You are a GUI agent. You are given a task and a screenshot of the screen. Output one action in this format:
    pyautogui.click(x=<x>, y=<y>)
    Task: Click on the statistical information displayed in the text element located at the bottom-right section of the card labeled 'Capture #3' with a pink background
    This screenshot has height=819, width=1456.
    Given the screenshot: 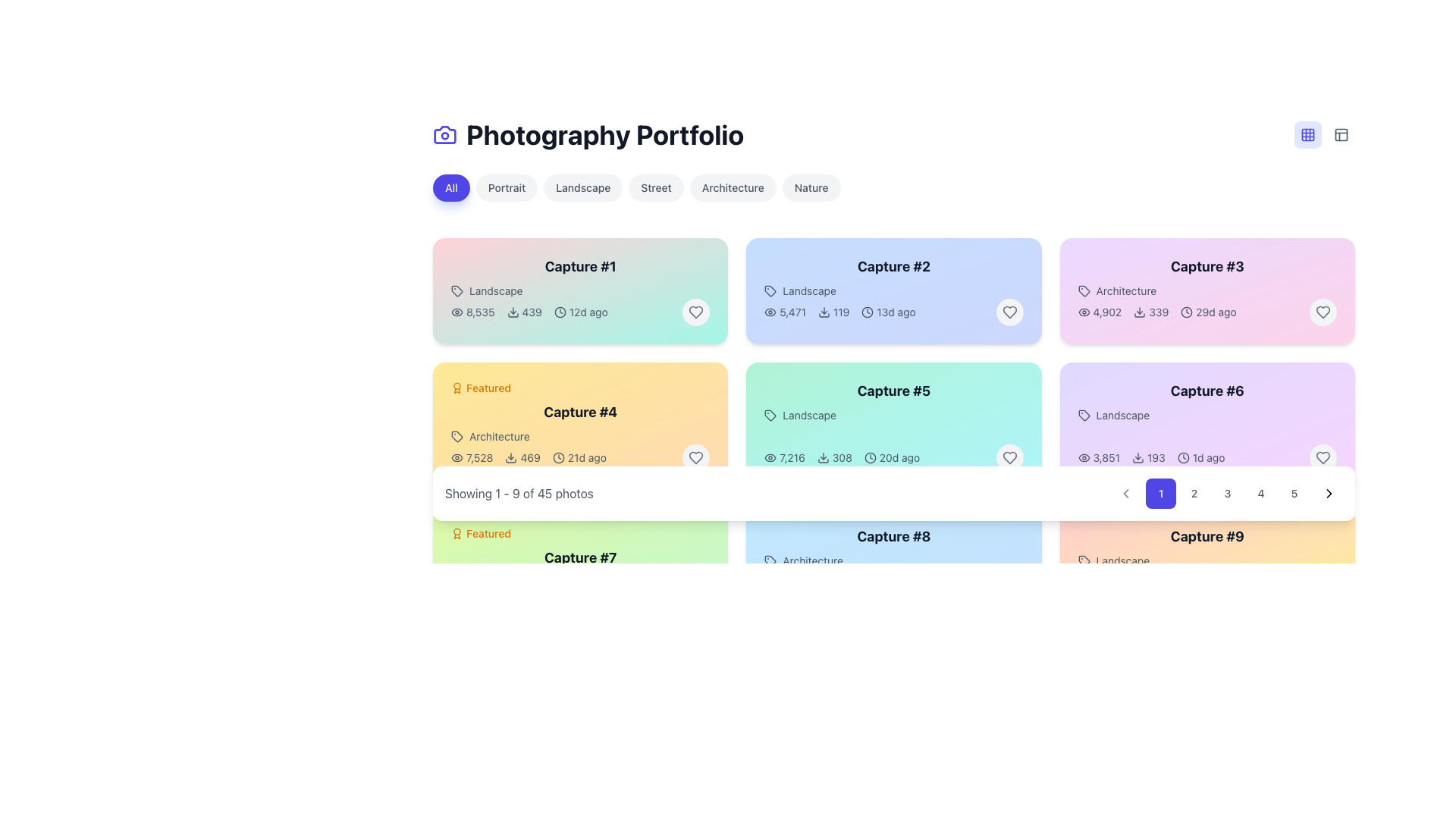 What is the action you would take?
    pyautogui.click(x=1207, y=312)
    